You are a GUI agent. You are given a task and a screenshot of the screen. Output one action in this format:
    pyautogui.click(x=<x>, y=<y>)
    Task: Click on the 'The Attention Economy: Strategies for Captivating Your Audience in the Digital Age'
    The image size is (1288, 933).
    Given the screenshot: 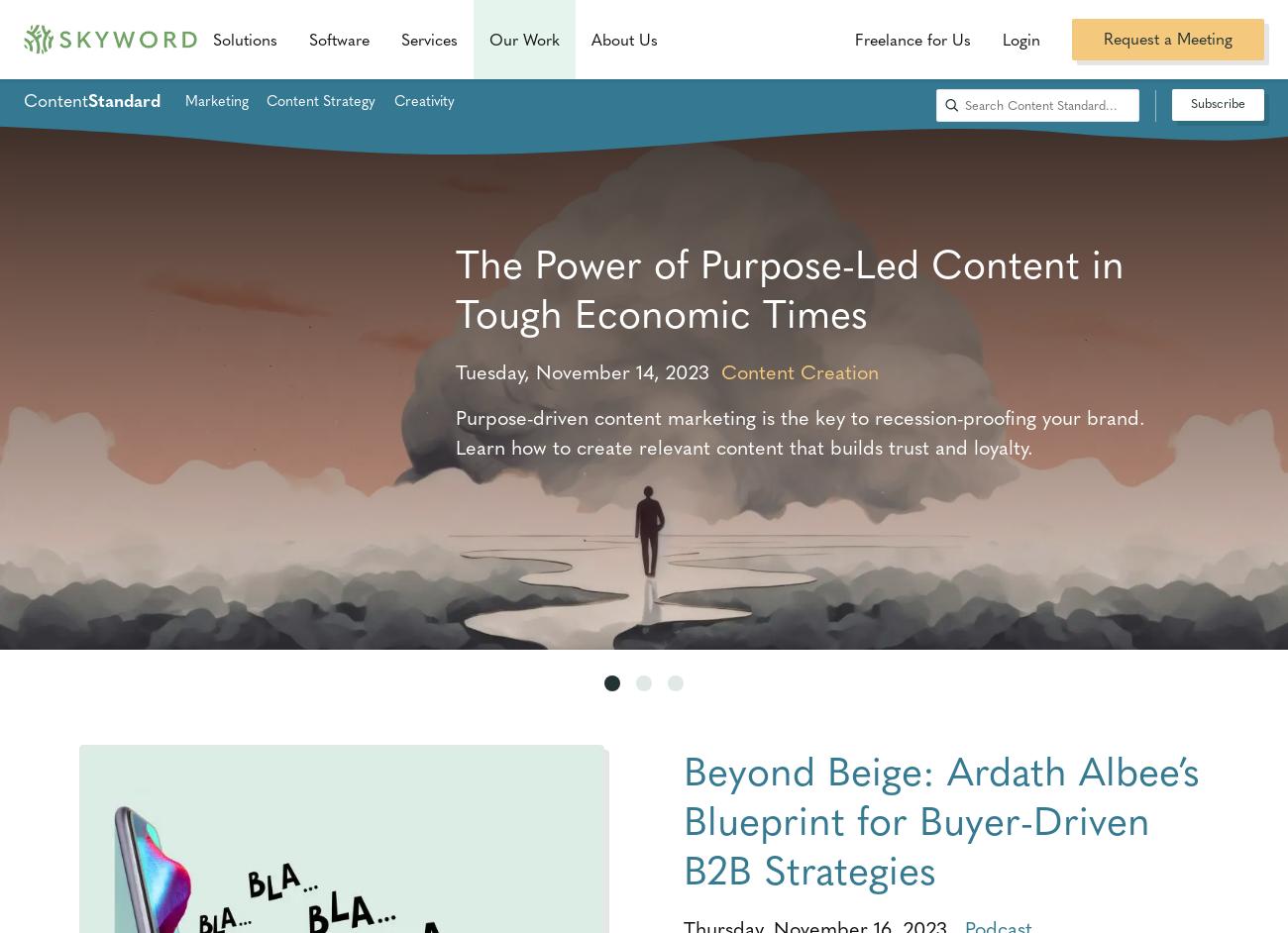 What is the action you would take?
    pyautogui.click(x=809, y=311)
    